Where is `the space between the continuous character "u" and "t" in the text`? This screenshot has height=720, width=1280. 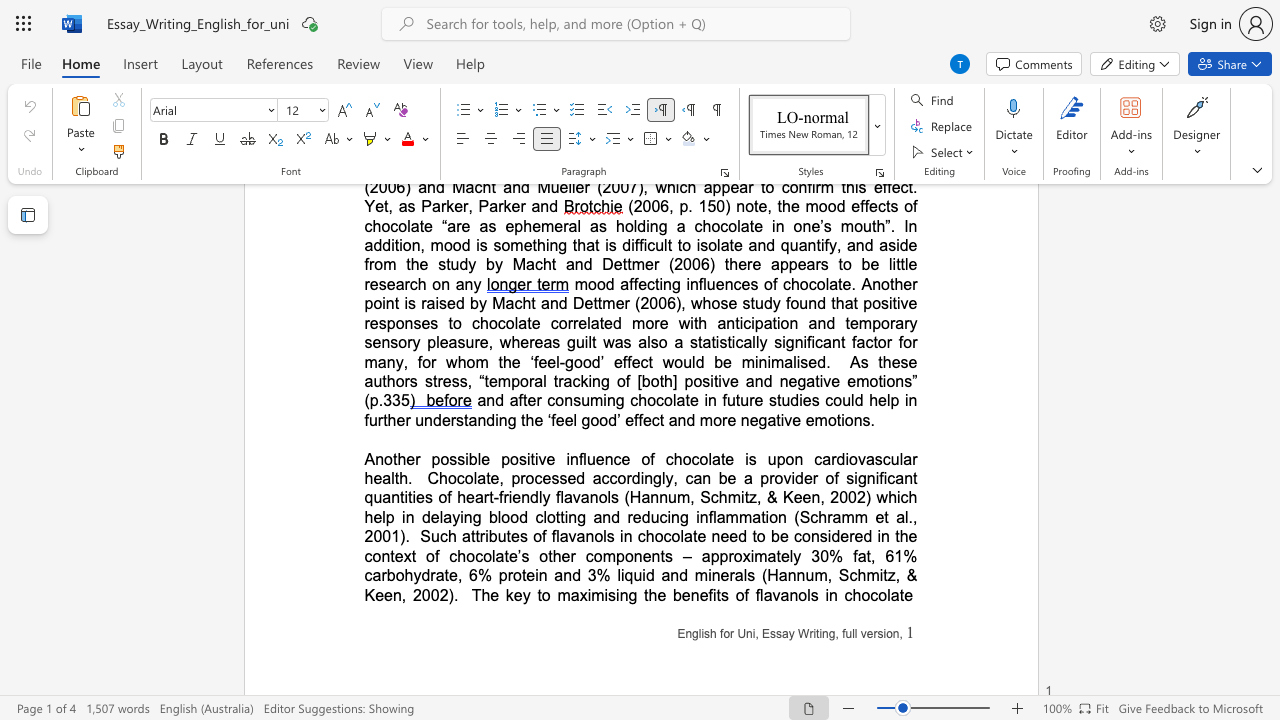 the space between the continuous character "u" and "t" in the text is located at coordinates (505, 535).